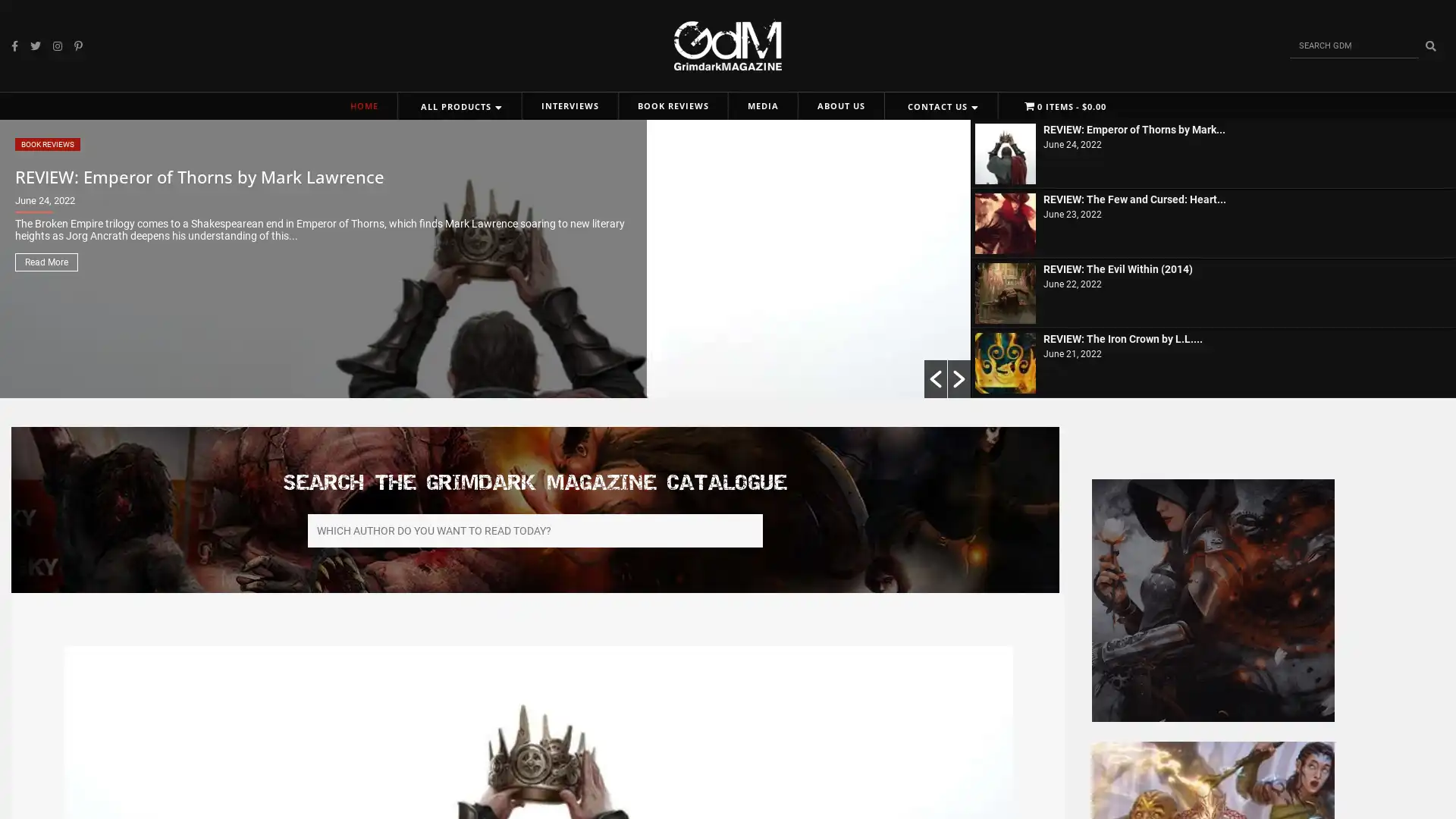 The height and width of the screenshot is (819, 1456). I want to click on Search, so click(1429, 45).